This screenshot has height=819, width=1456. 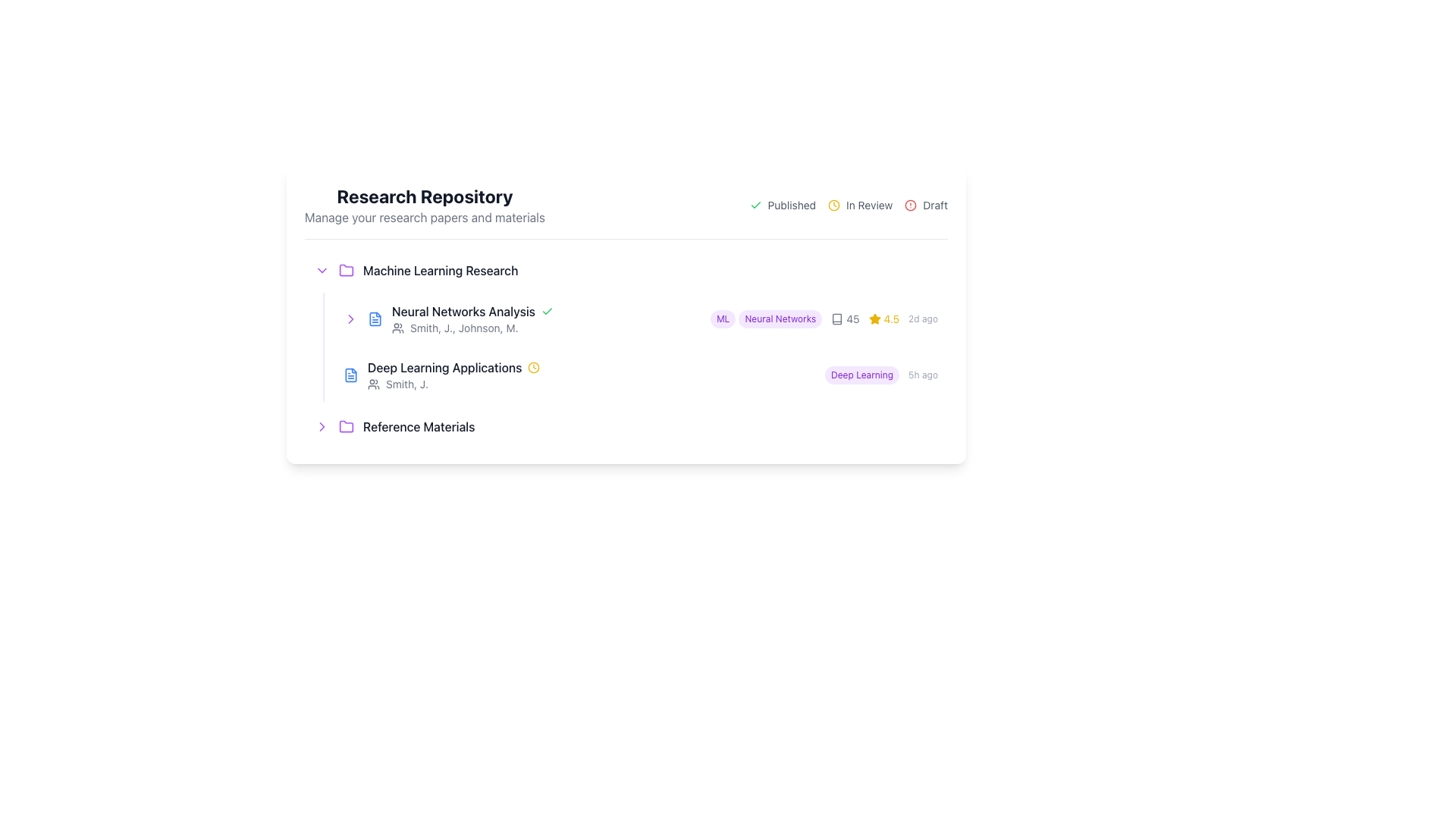 What do you see at coordinates (869, 205) in the screenshot?
I see `the status indicator label that displays the current review status of an item or document, which is located to the right of 'Published' and to the left of 'Draft'` at bounding box center [869, 205].